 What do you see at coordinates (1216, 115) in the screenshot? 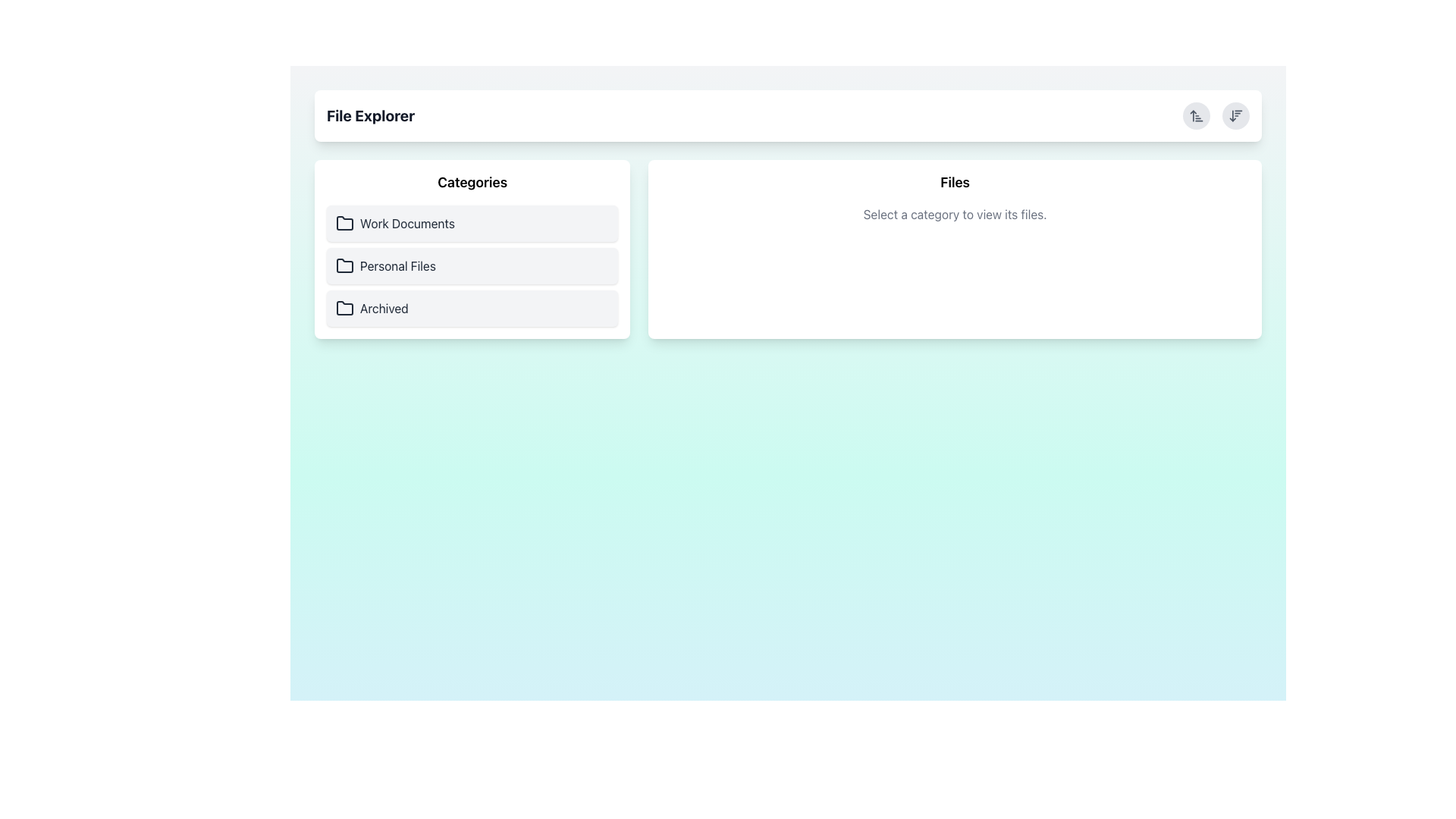
I see `the right button in the interactive button group for sorting functionality in the 'File Explorer'` at bounding box center [1216, 115].